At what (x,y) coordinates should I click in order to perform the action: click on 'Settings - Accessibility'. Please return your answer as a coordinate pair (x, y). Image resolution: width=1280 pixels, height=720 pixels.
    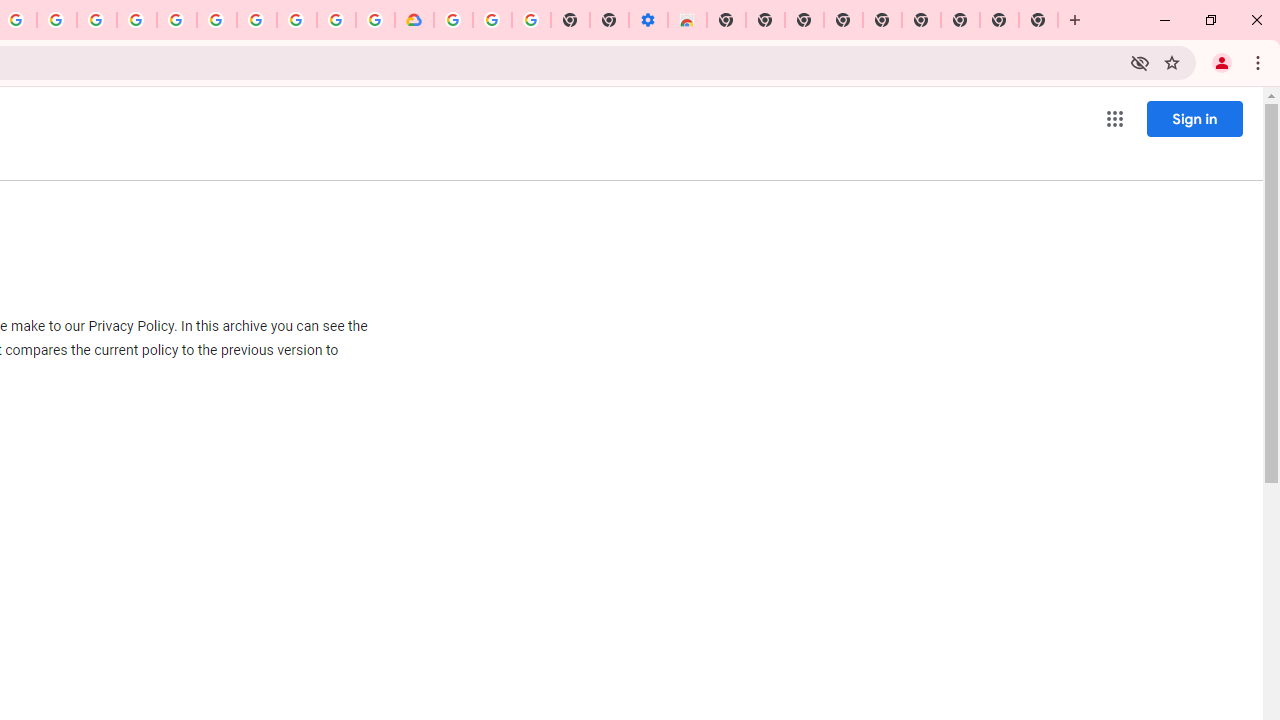
    Looking at the image, I should click on (648, 20).